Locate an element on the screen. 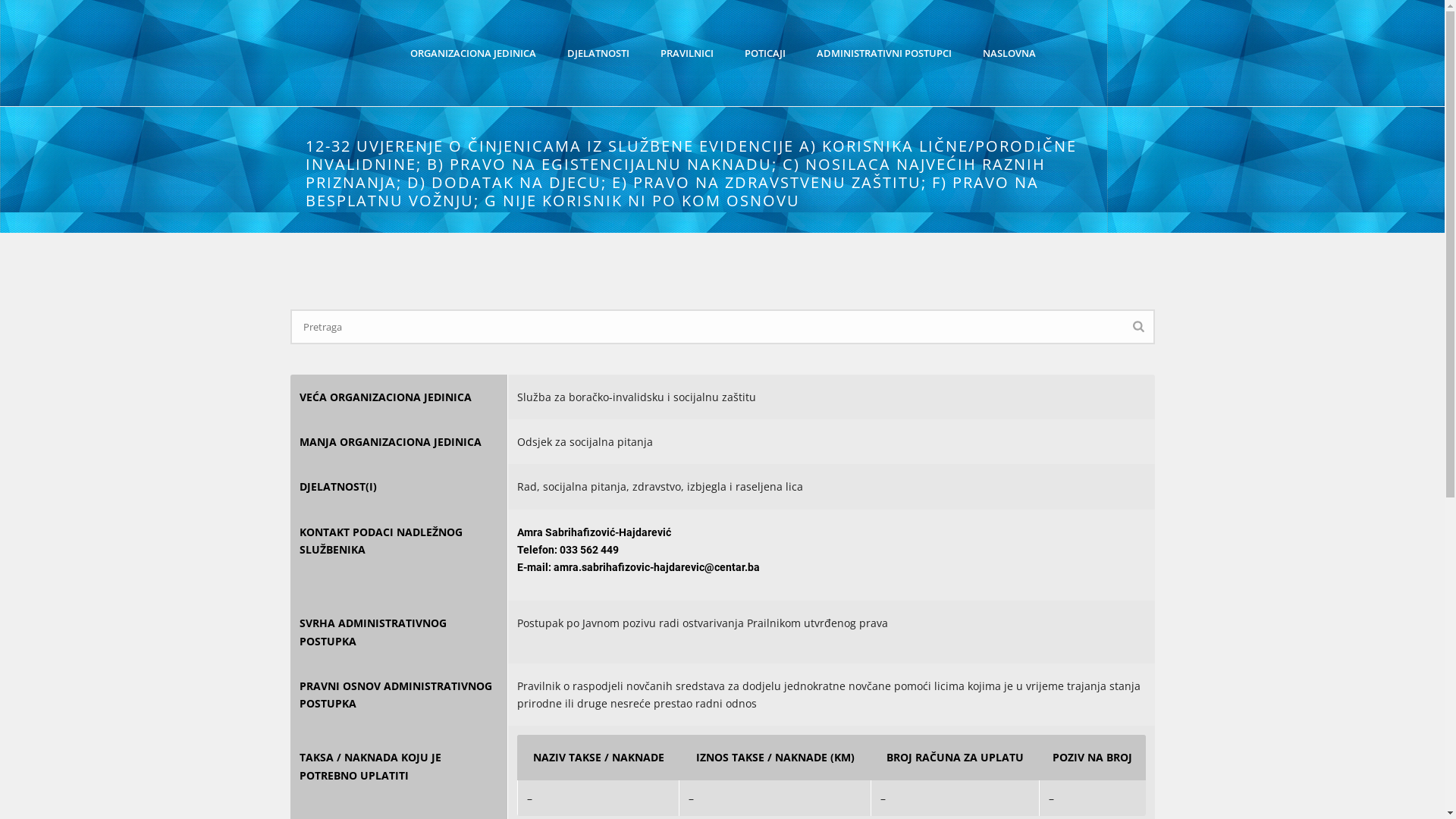 This screenshot has height=819, width=1456. 'ORGANIZACIONA JEDINICA' is located at coordinates (472, 52).